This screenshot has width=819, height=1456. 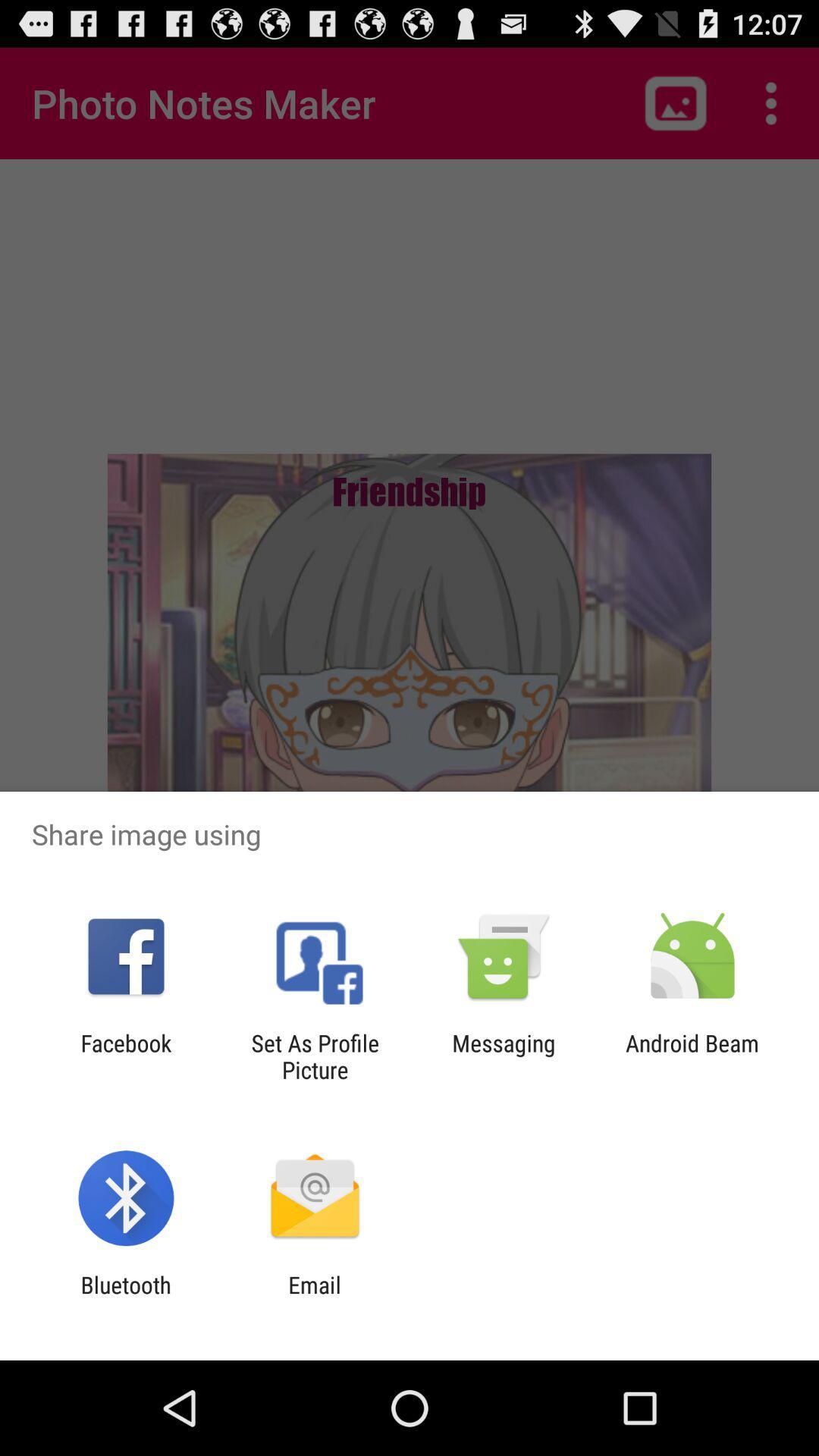 I want to click on icon to the right of the bluetooth icon, so click(x=314, y=1298).